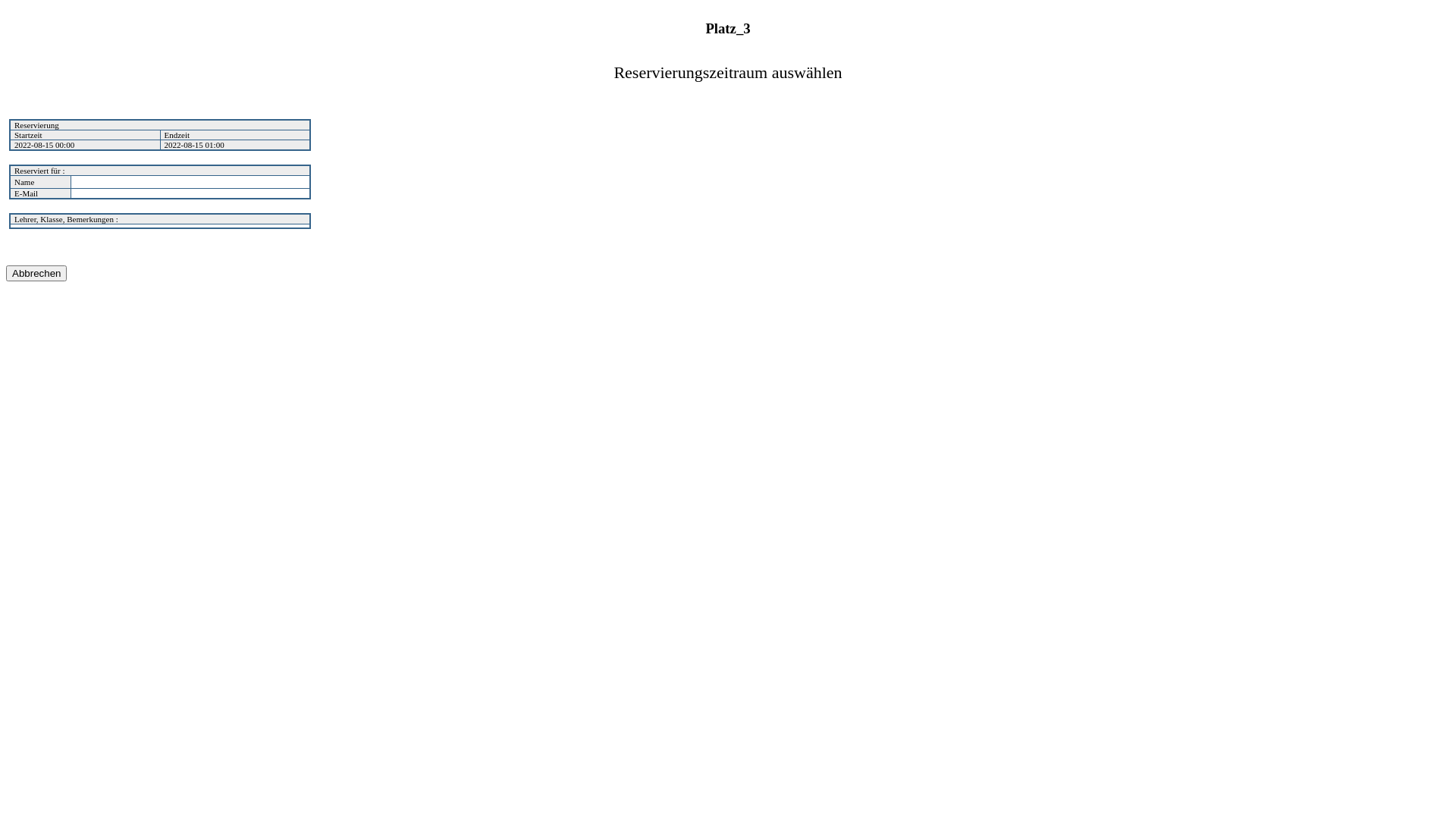  What do you see at coordinates (36, 273) in the screenshot?
I see `'Abbrechen'` at bounding box center [36, 273].